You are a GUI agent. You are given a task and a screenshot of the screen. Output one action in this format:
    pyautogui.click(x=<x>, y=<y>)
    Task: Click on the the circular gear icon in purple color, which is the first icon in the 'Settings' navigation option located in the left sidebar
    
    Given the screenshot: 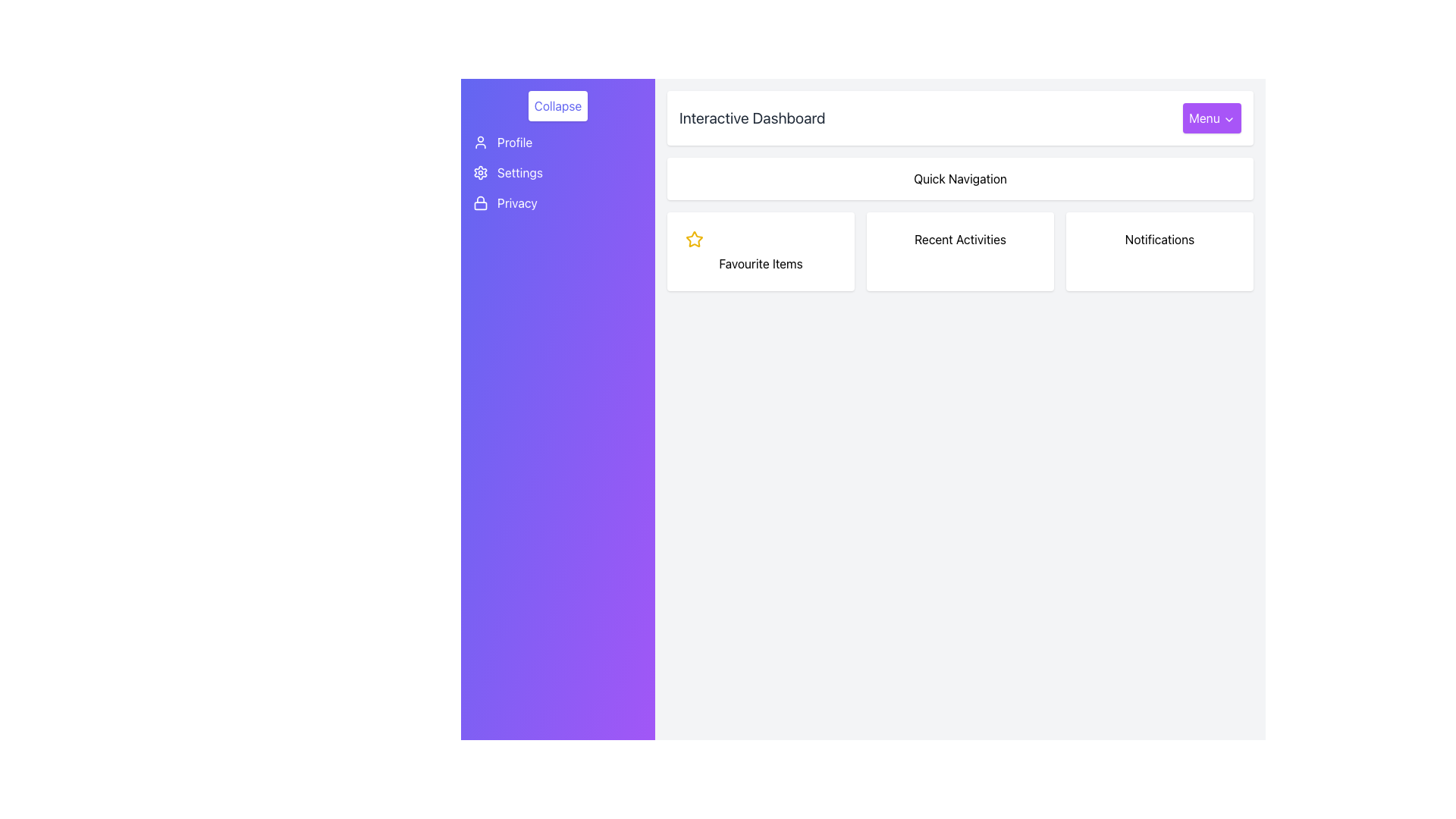 What is the action you would take?
    pyautogui.click(x=479, y=171)
    